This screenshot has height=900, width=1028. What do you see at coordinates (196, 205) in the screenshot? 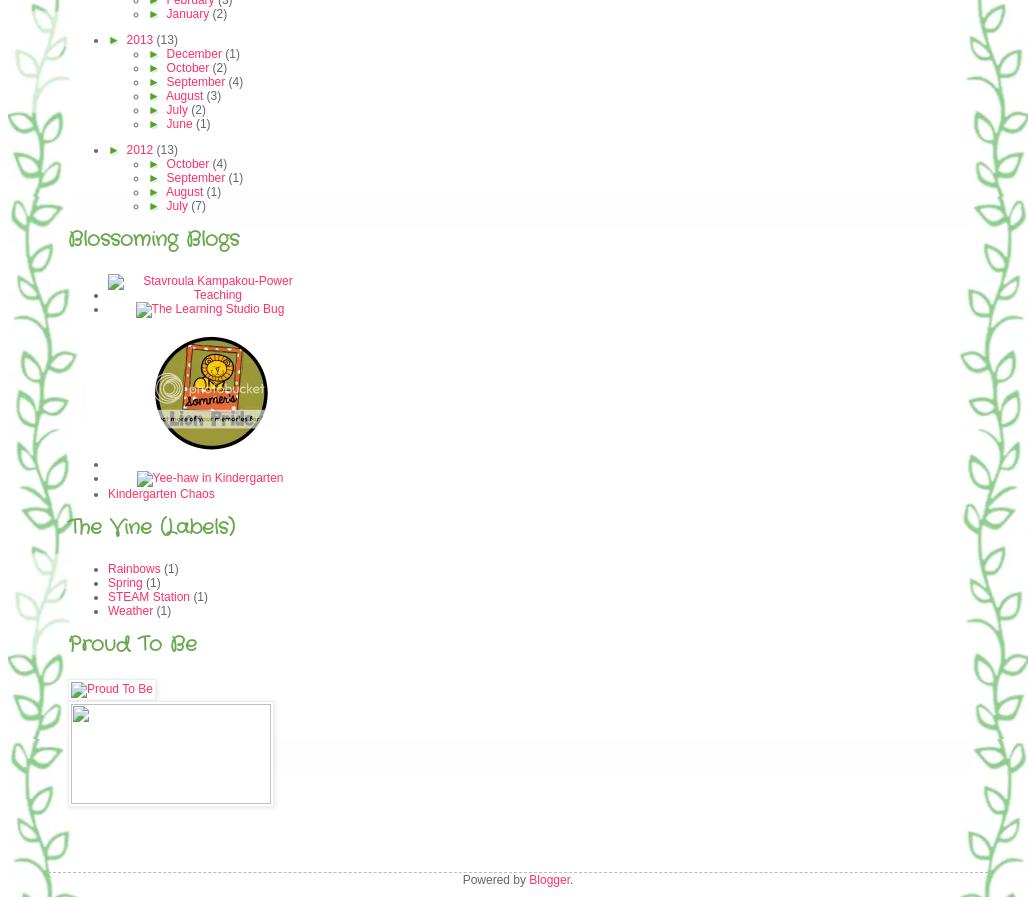
I see `'(7)'` at bounding box center [196, 205].